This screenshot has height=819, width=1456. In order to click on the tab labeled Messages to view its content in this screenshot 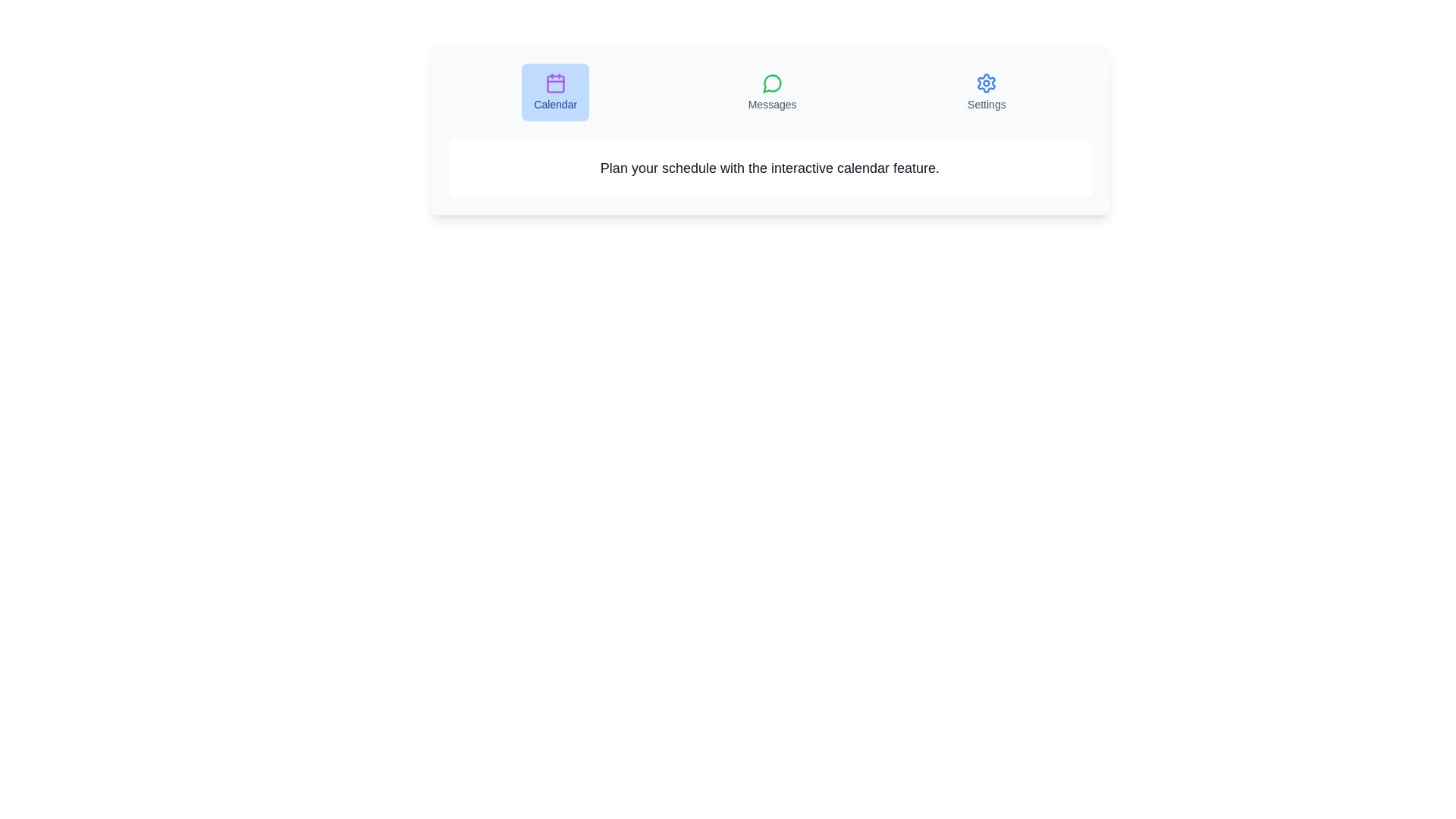, I will do `click(772, 93)`.